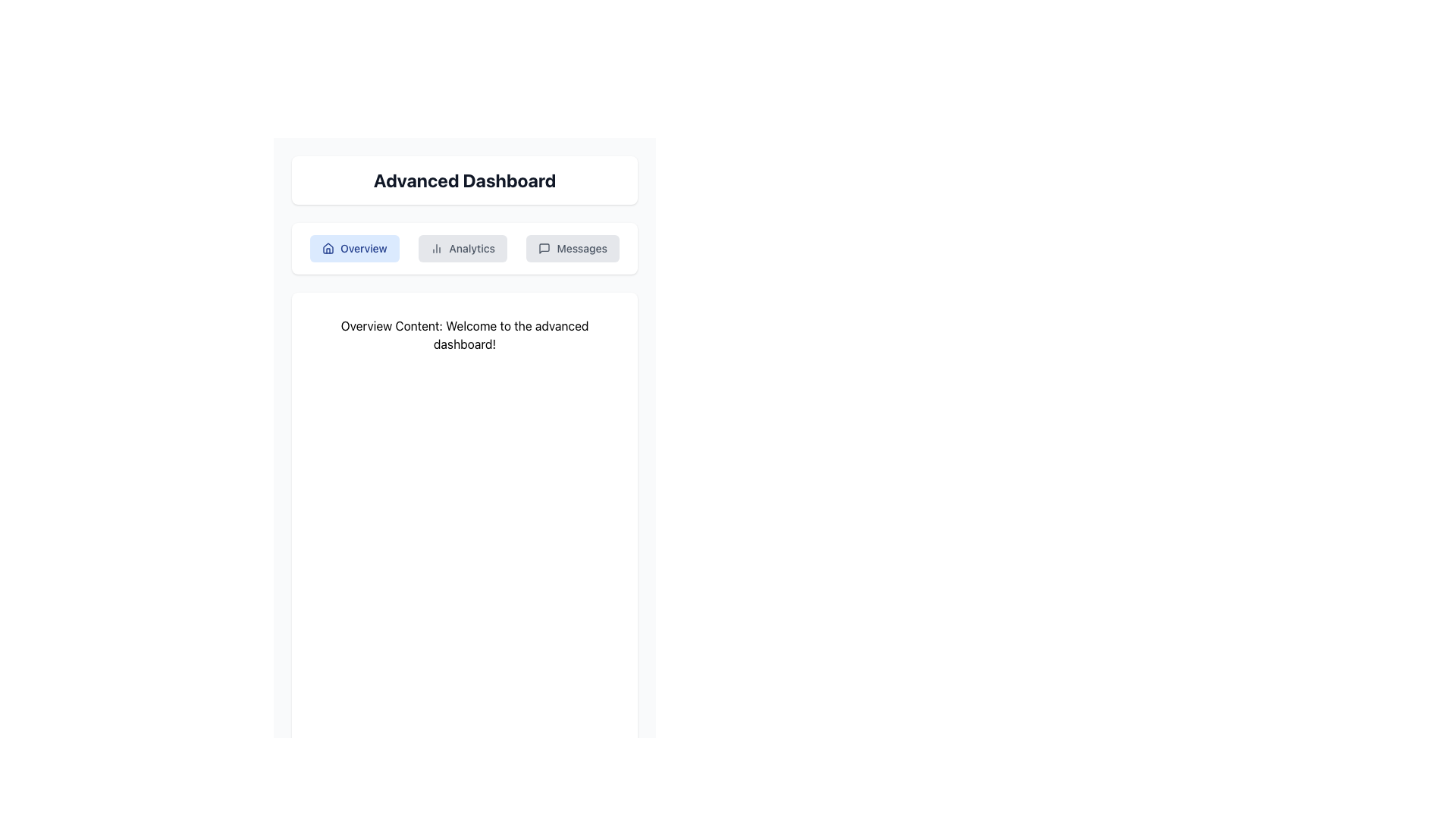 This screenshot has height=819, width=1456. I want to click on the stylized house icon located in the top-left region of the interface, so click(327, 247).